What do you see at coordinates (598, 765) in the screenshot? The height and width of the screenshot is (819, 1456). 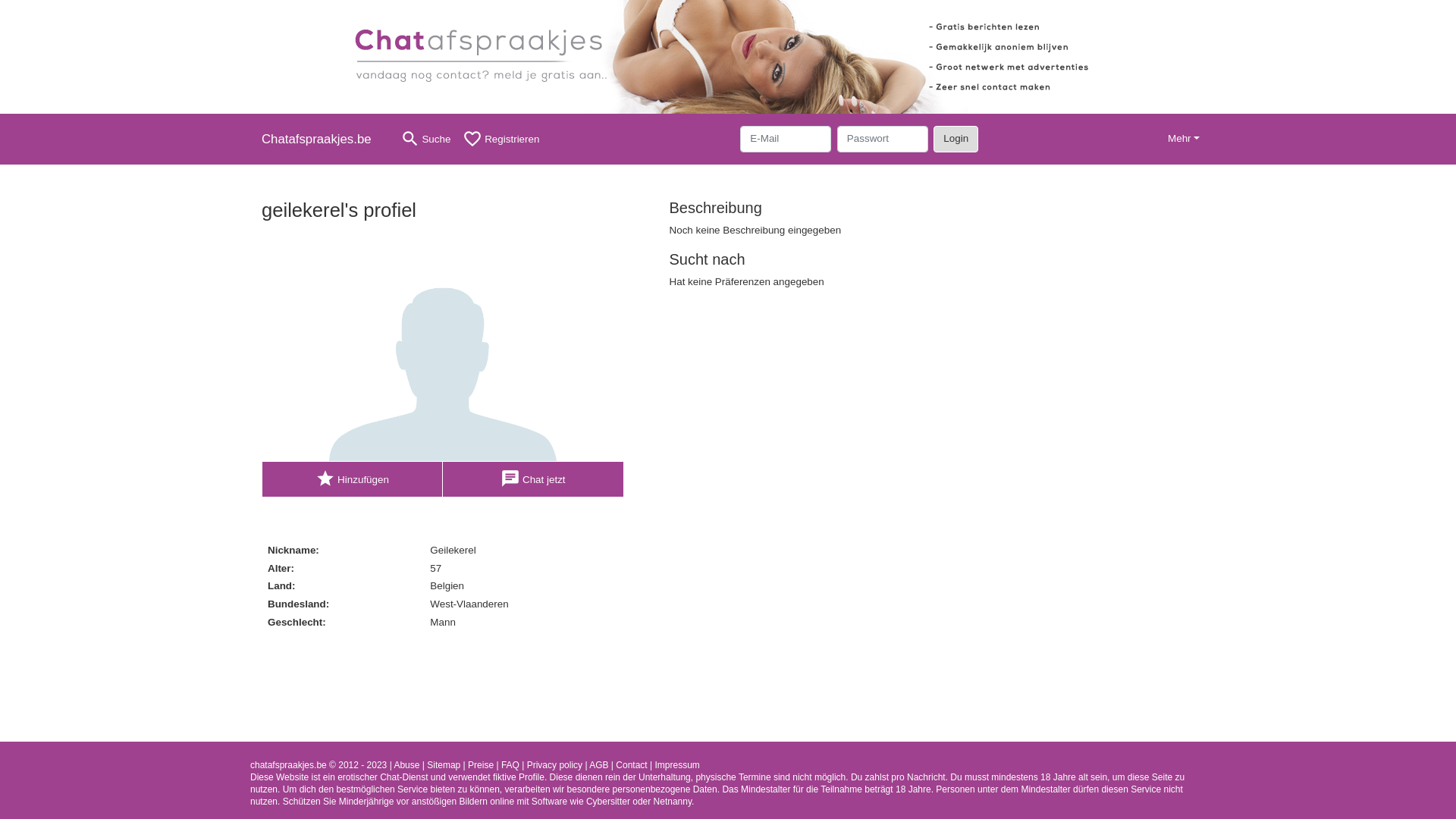 I see `'AGB'` at bounding box center [598, 765].